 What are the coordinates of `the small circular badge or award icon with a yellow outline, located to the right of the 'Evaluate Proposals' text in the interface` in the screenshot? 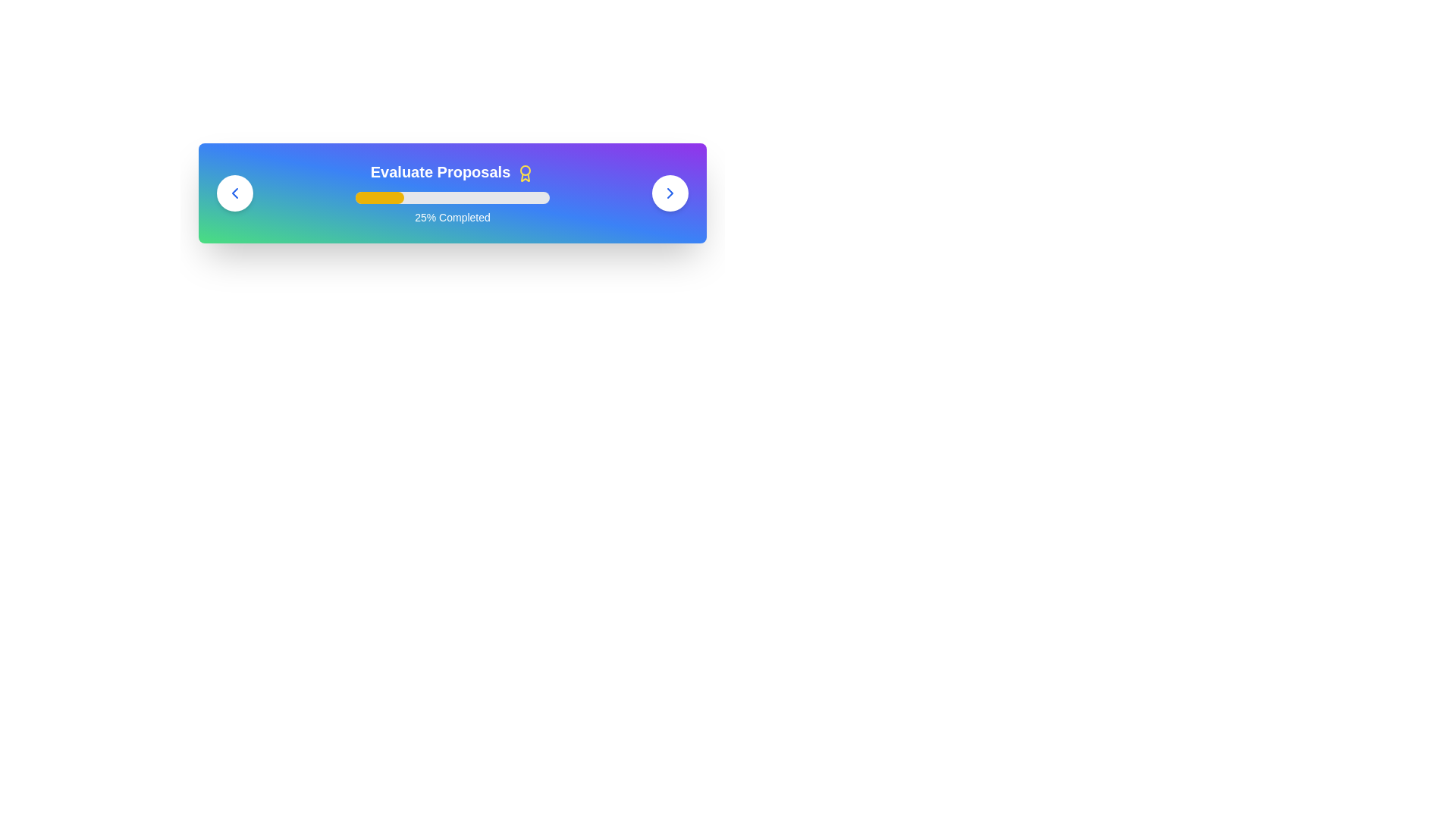 It's located at (526, 172).